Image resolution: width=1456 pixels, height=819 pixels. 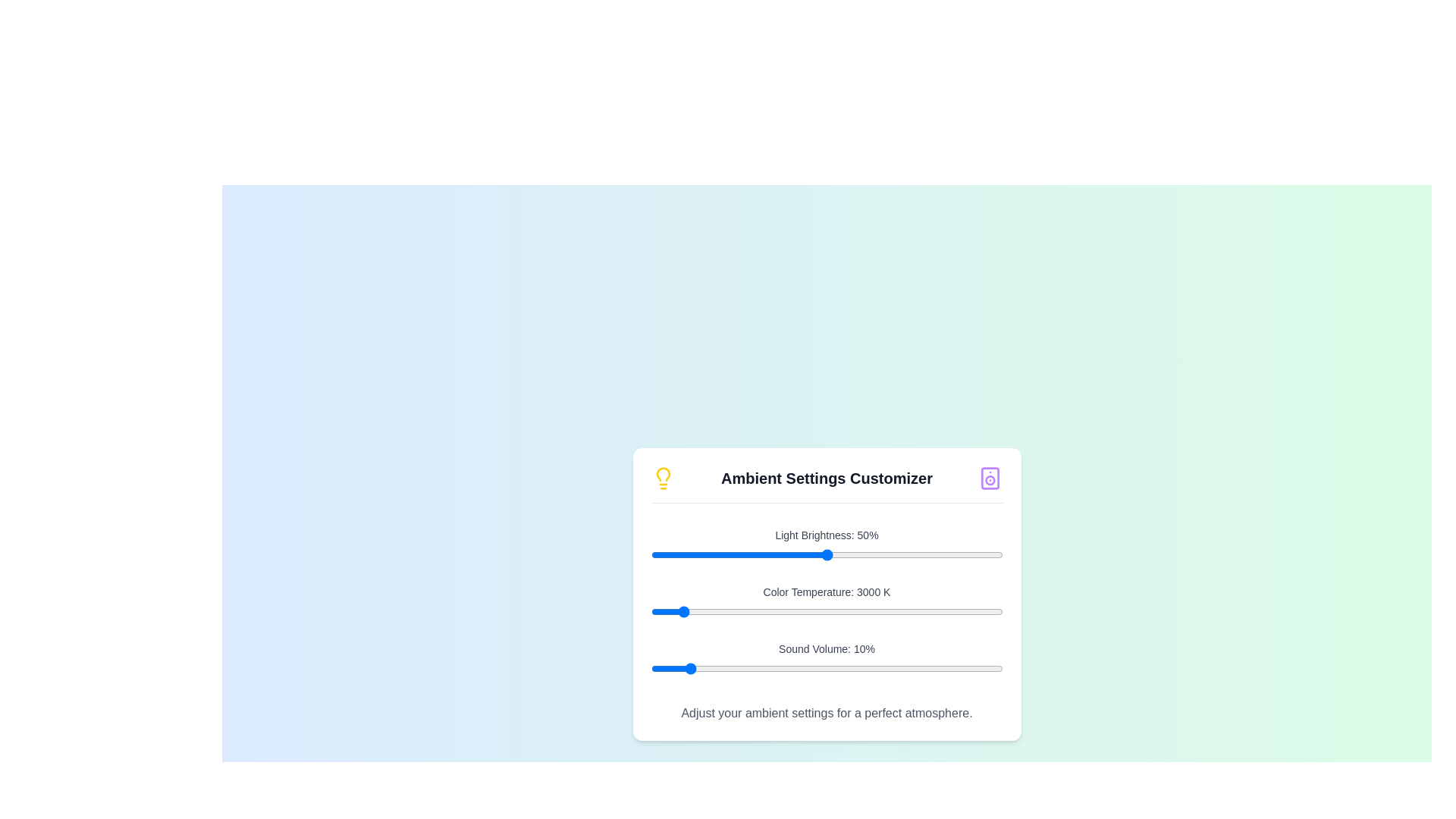 What do you see at coordinates (836, 668) in the screenshot?
I see `the sound volume` at bounding box center [836, 668].